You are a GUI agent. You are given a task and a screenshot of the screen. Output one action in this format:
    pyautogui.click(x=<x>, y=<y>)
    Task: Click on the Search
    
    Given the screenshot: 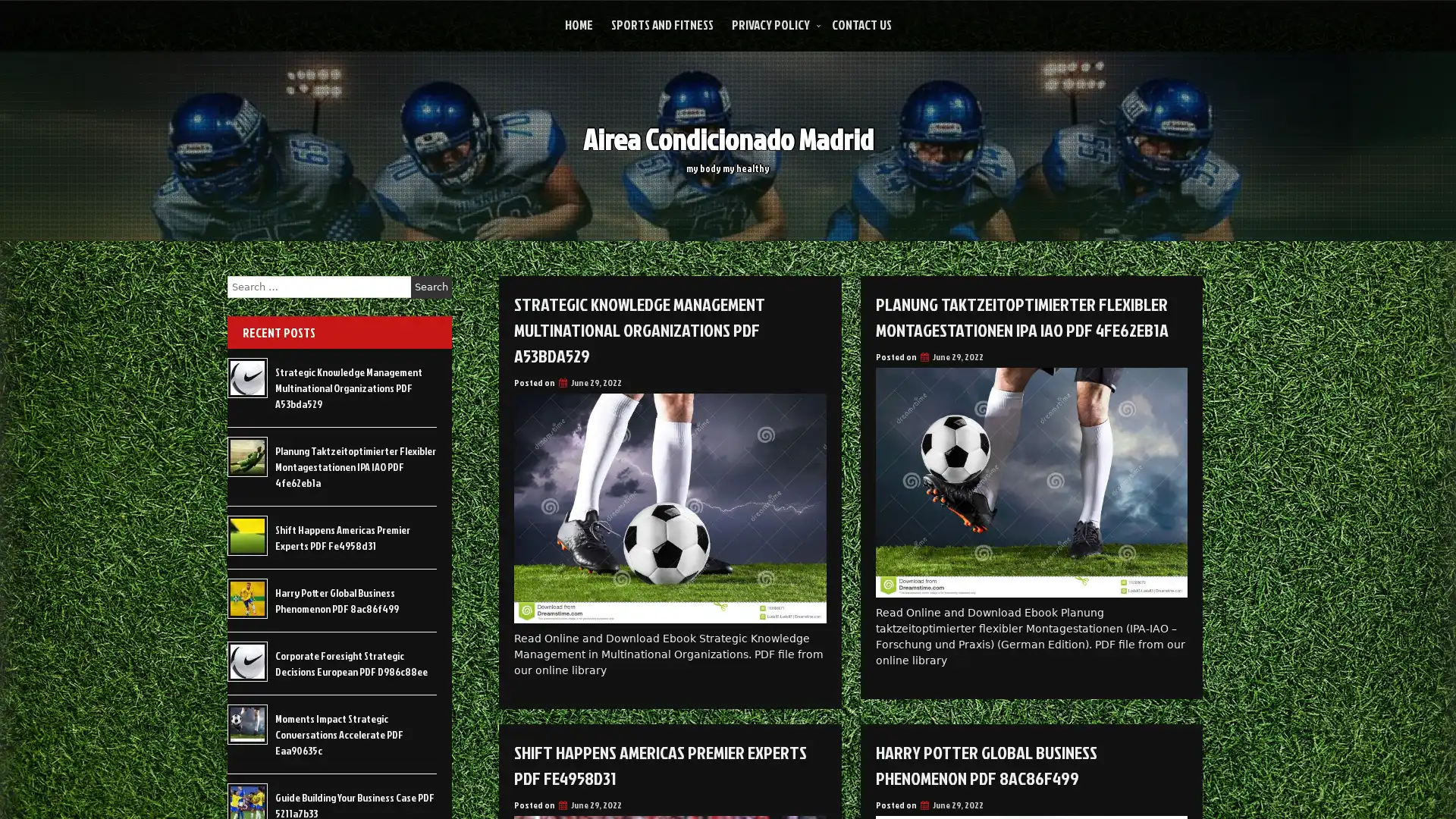 What is the action you would take?
    pyautogui.click(x=431, y=287)
    